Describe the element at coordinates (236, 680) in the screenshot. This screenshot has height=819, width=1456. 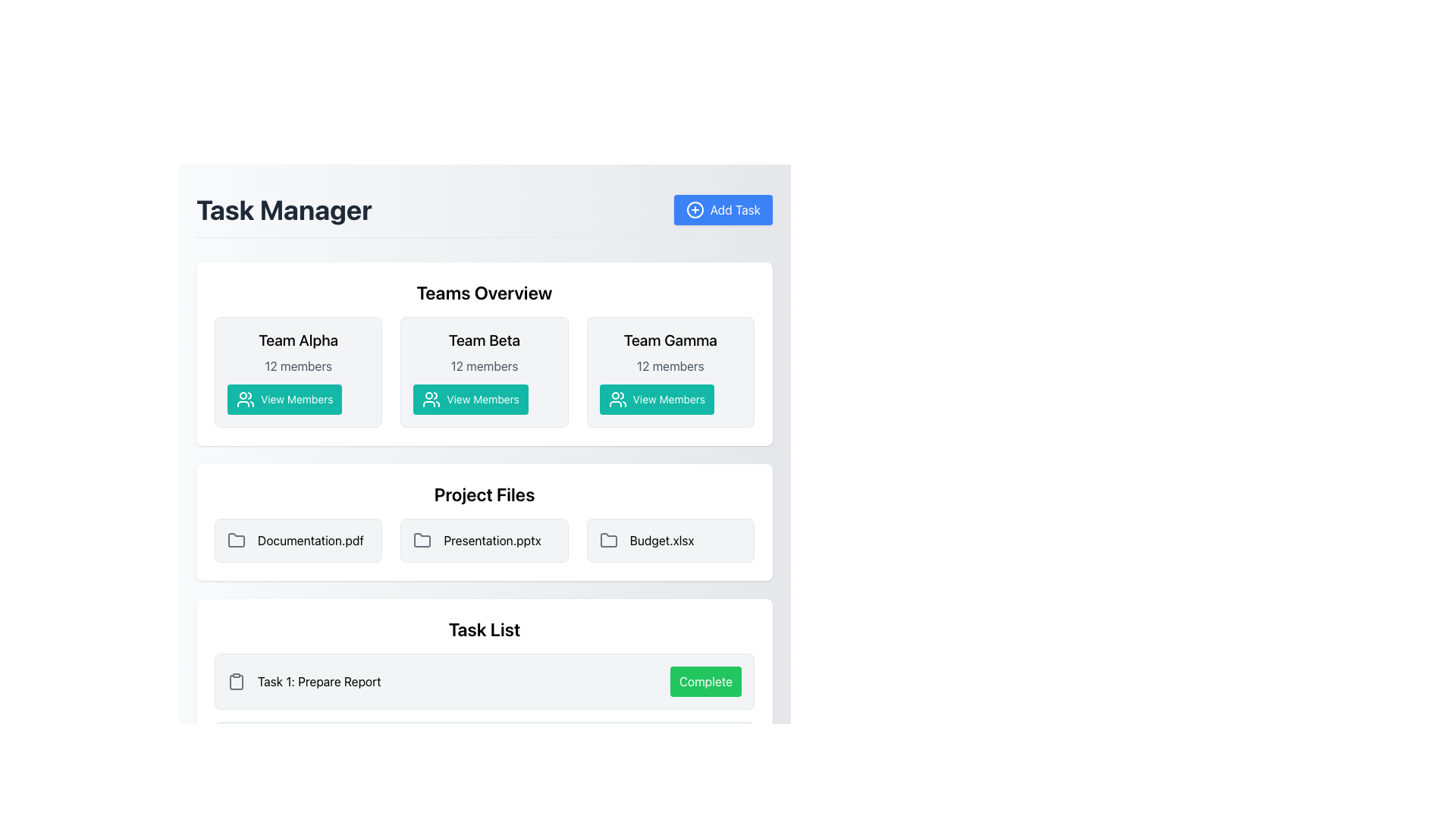
I see `the clipboard icon associated with the task 'Task 1: Prepare Report' located in the 'Task List' section` at that location.